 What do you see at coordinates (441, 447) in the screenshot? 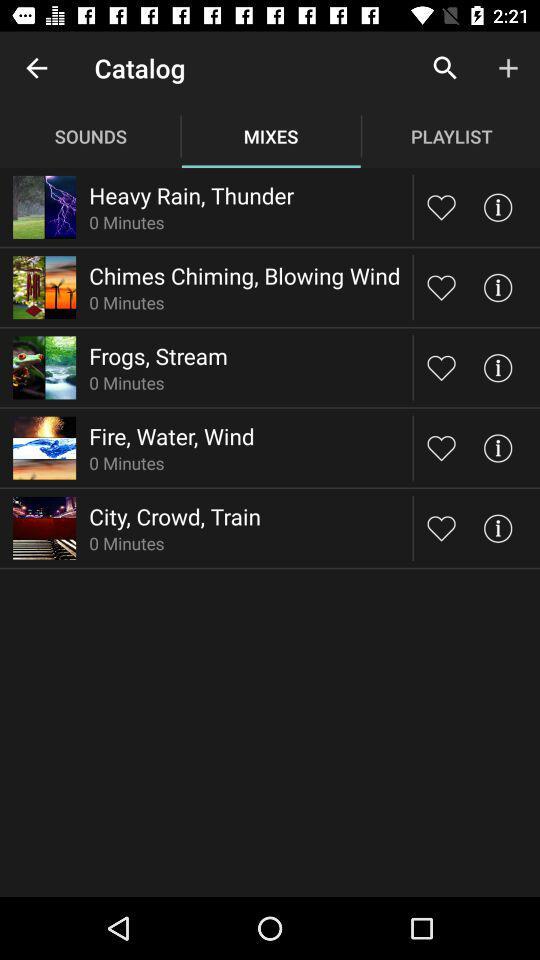
I see `like soundmix` at bounding box center [441, 447].